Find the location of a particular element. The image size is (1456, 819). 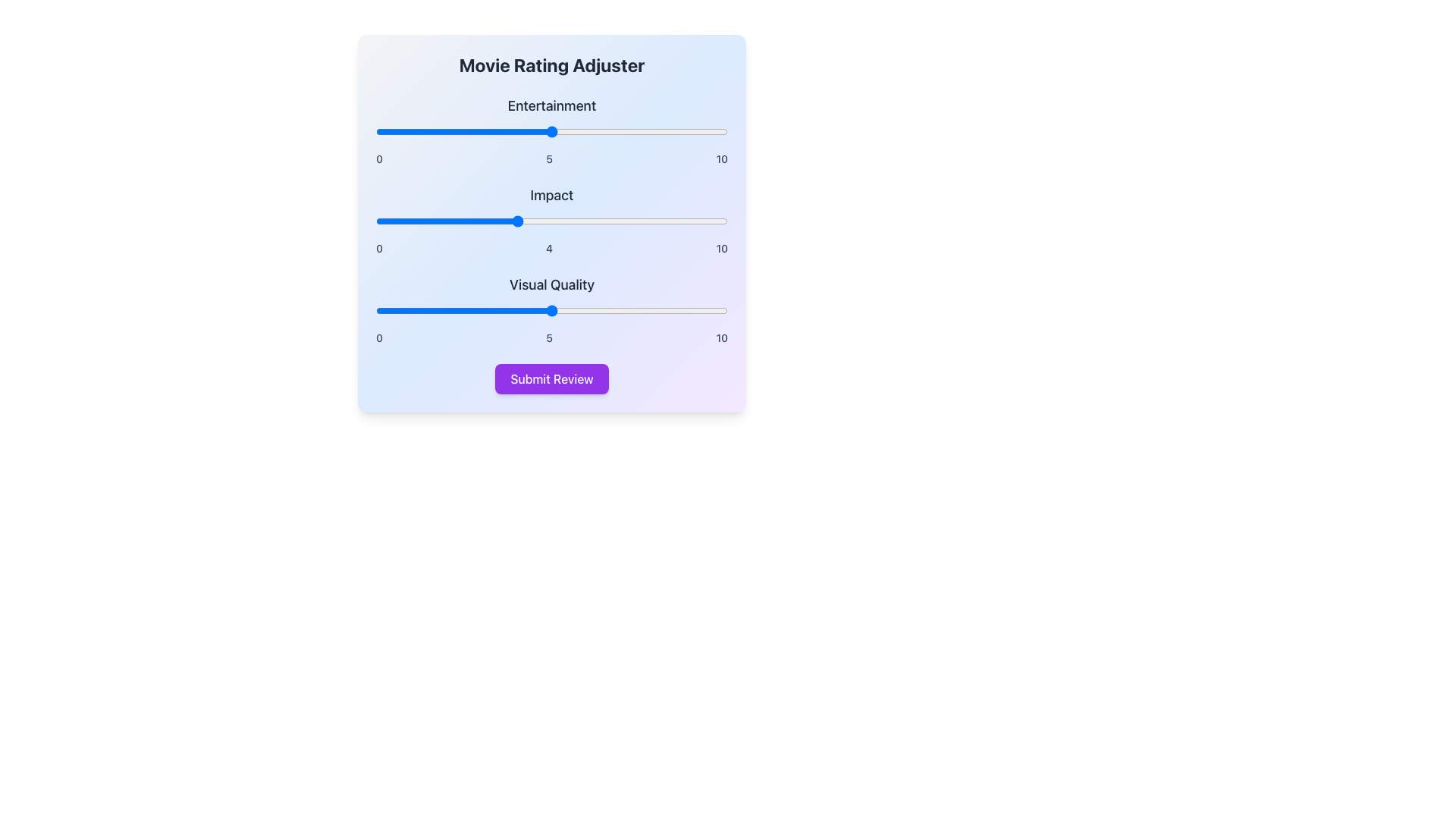

Entertainment rating is located at coordinates (657, 130).